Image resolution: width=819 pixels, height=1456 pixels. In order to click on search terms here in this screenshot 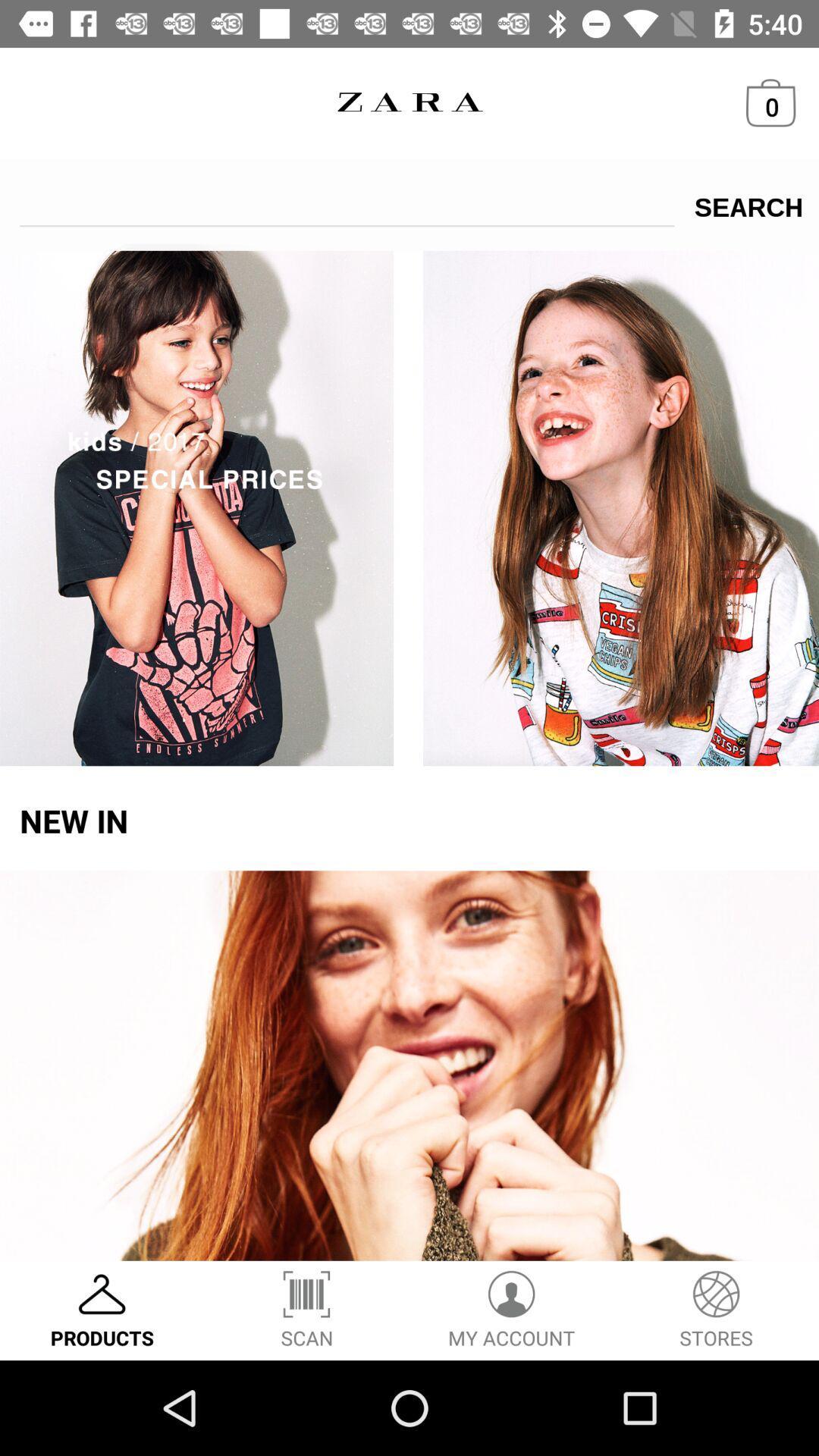, I will do `click(347, 201)`.